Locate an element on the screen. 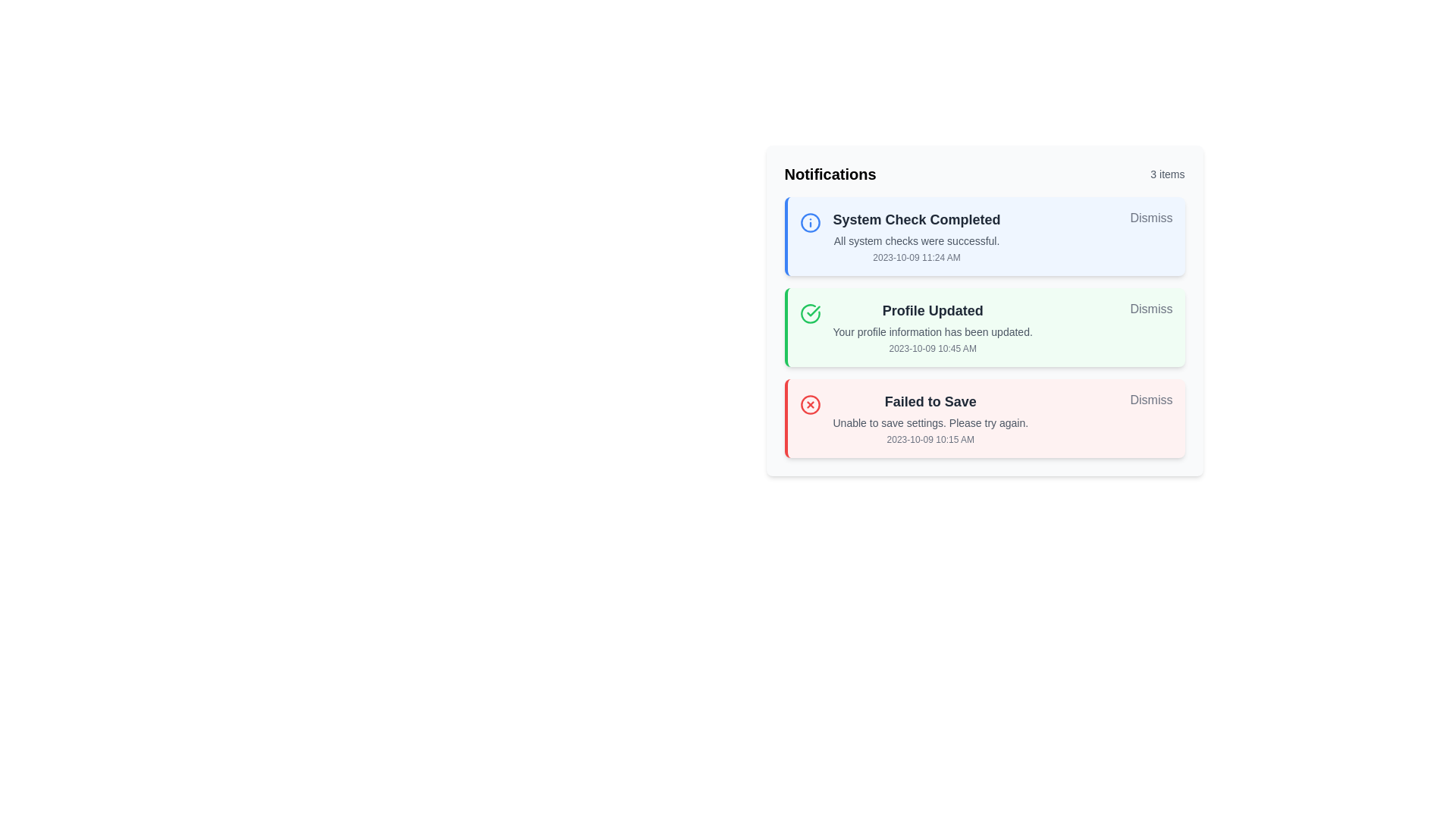 Image resolution: width=1456 pixels, height=819 pixels. the text label element that displays the time and date of the 'Profile Updated' notification, located at the bottom of the notification card is located at coordinates (932, 348).